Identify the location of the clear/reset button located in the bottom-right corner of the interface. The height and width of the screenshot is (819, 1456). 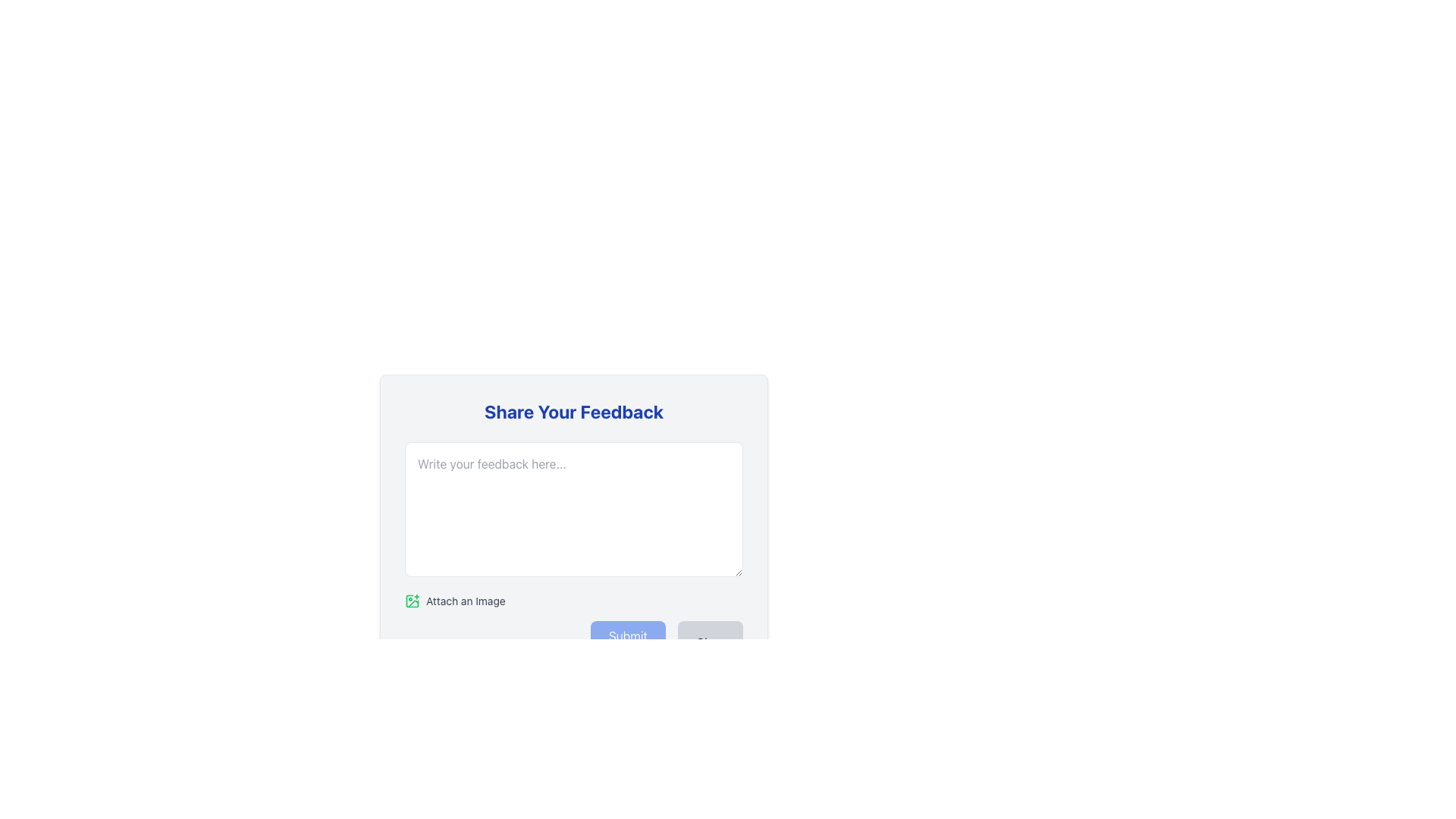
(709, 643).